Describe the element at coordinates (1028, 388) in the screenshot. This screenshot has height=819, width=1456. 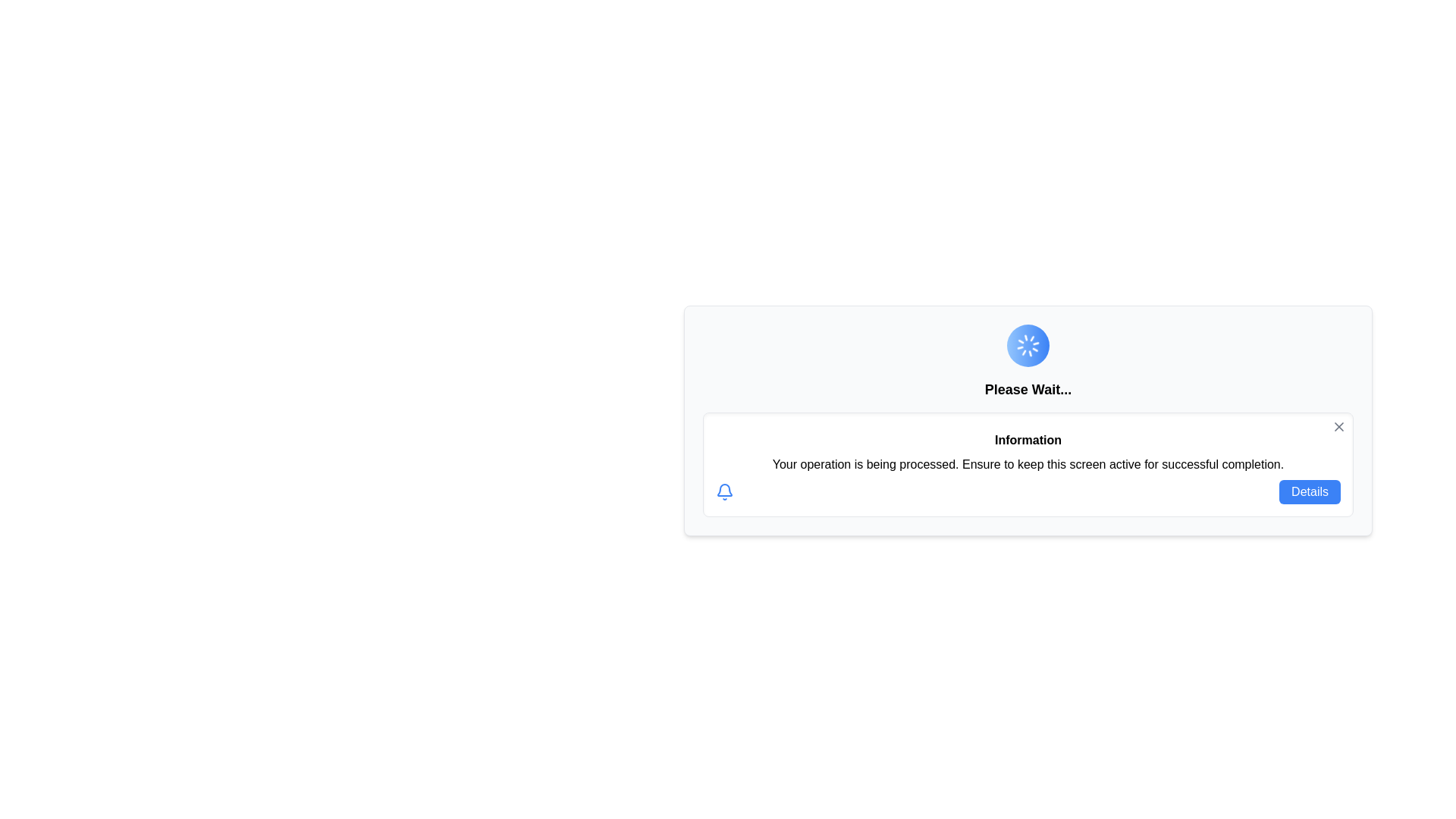
I see `the loading state text label located below the circular loading icon, indicating that an operation is ongoing` at that location.